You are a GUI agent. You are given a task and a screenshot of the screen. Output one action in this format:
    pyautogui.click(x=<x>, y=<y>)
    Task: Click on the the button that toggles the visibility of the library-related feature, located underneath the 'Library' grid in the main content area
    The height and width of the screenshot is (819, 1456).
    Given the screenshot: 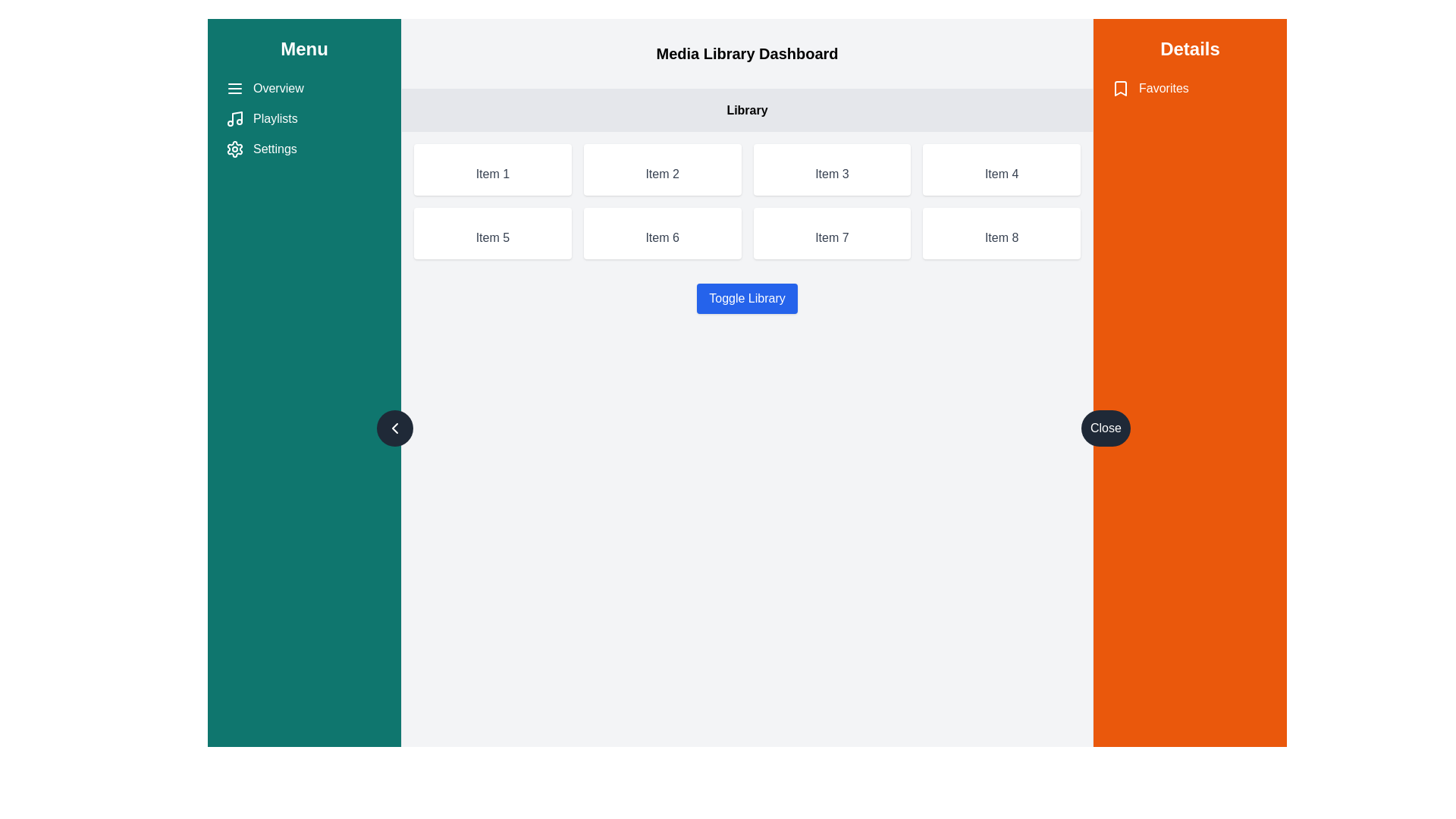 What is the action you would take?
    pyautogui.click(x=747, y=298)
    